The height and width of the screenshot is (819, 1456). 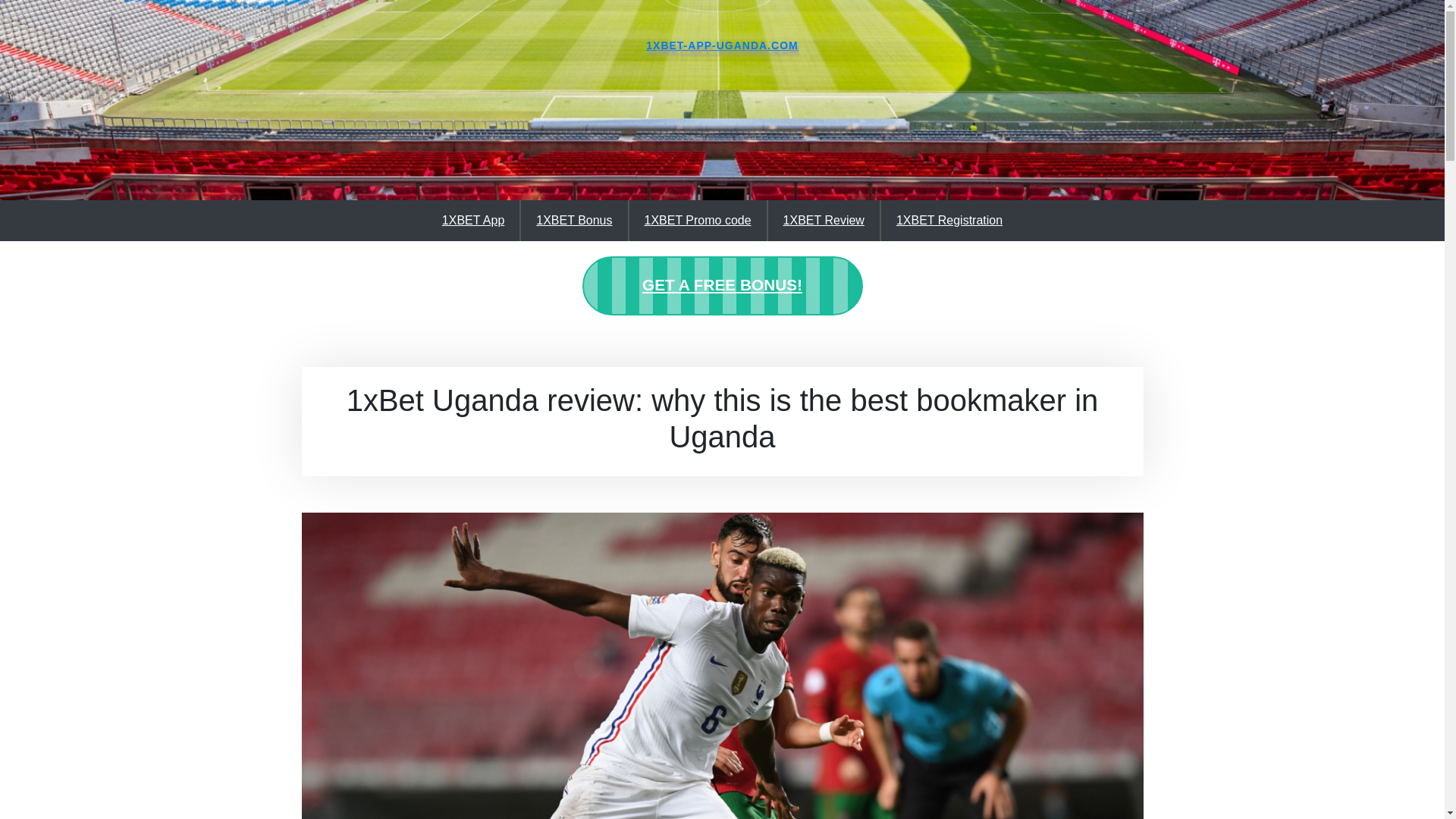 I want to click on '1XBET Promo code', so click(x=696, y=220).